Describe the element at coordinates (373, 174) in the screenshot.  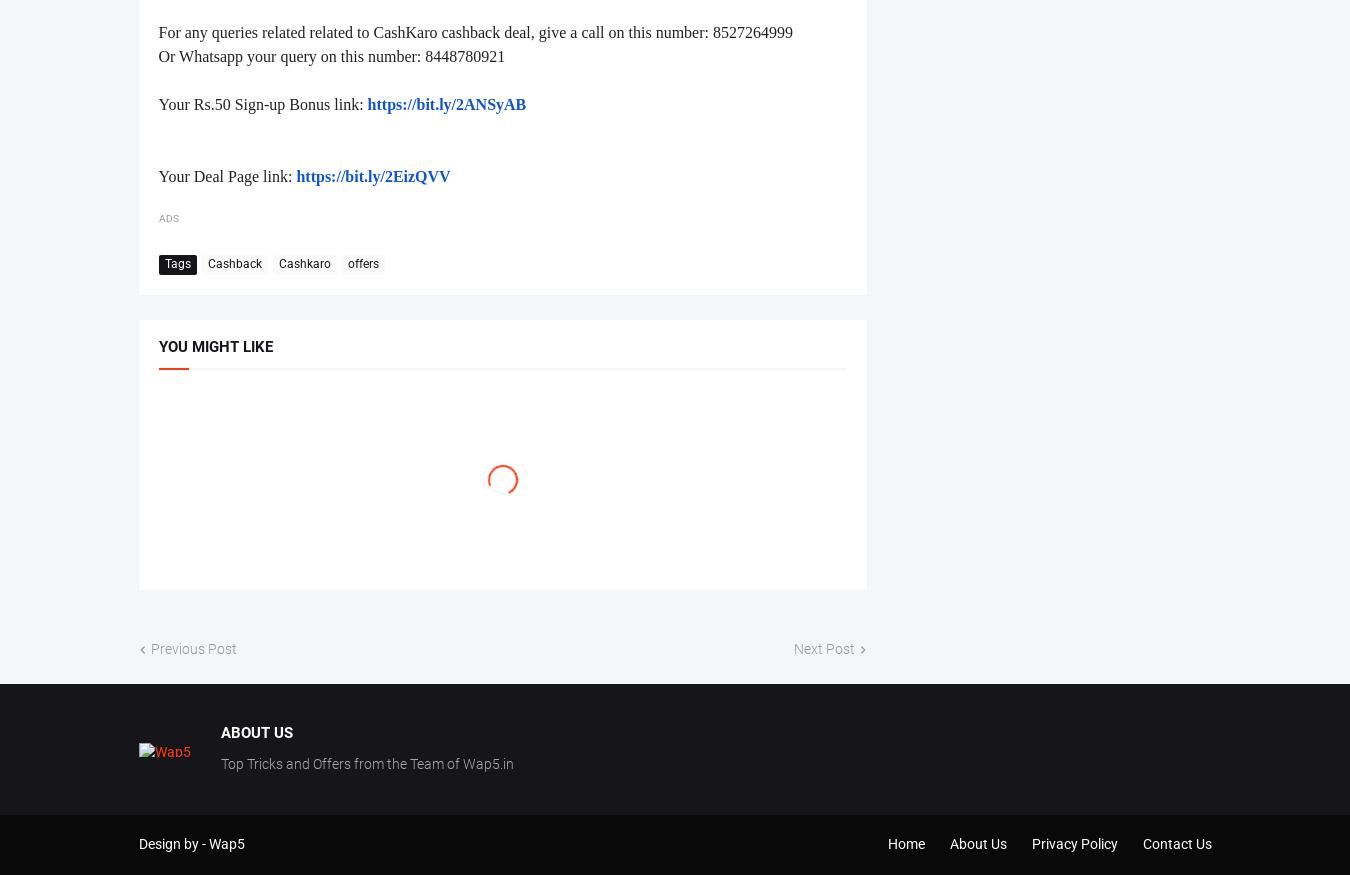
I see `'https://bit.ly/2EizQVV'` at that location.